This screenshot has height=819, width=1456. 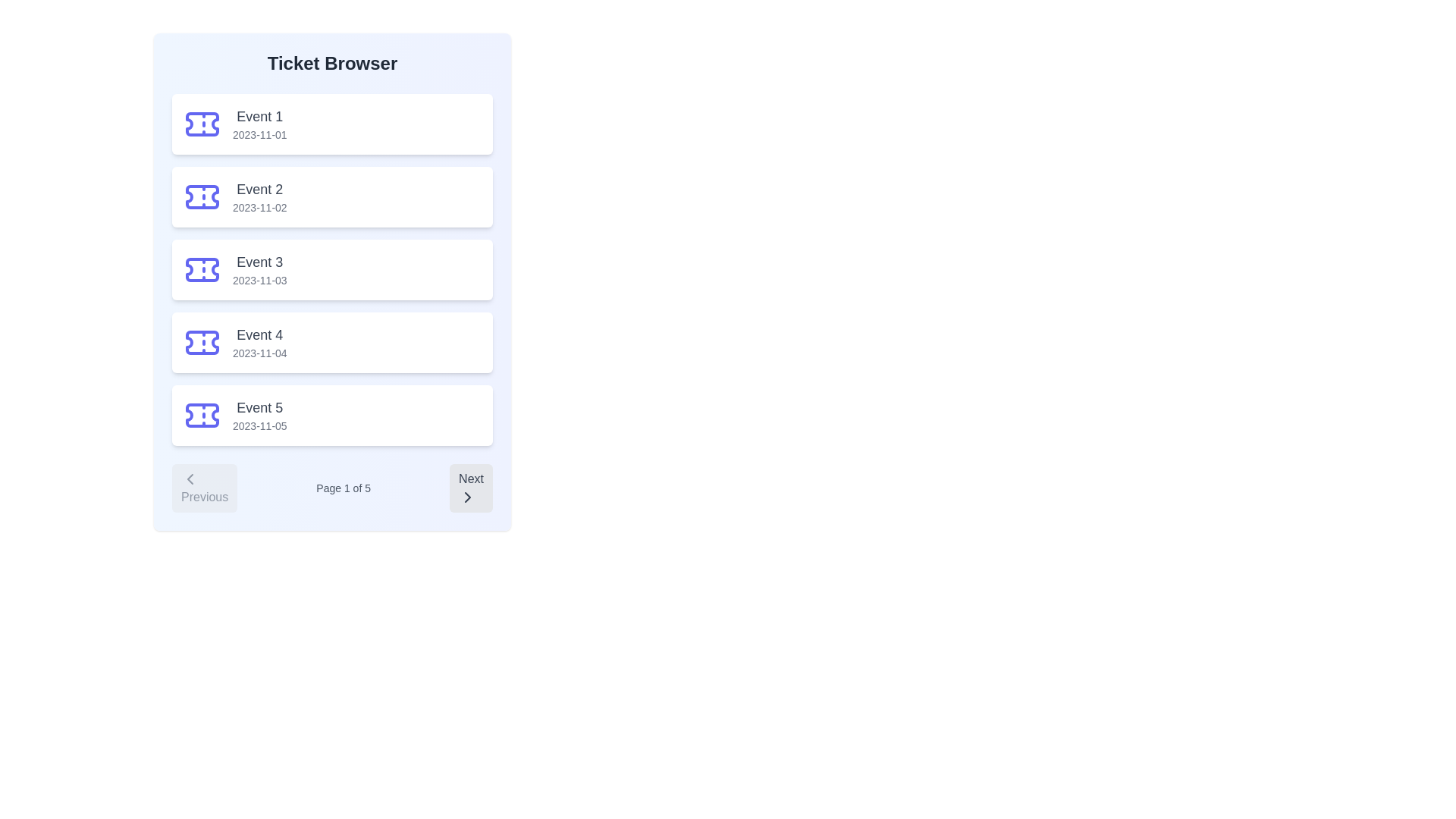 What do you see at coordinates (202, 196) in the screenshot?
I see `the ticket icon located at the left side of the 'Event 2' listing, which visually indicates the type of content related to tickets or events` at bounding box center [202, 196].